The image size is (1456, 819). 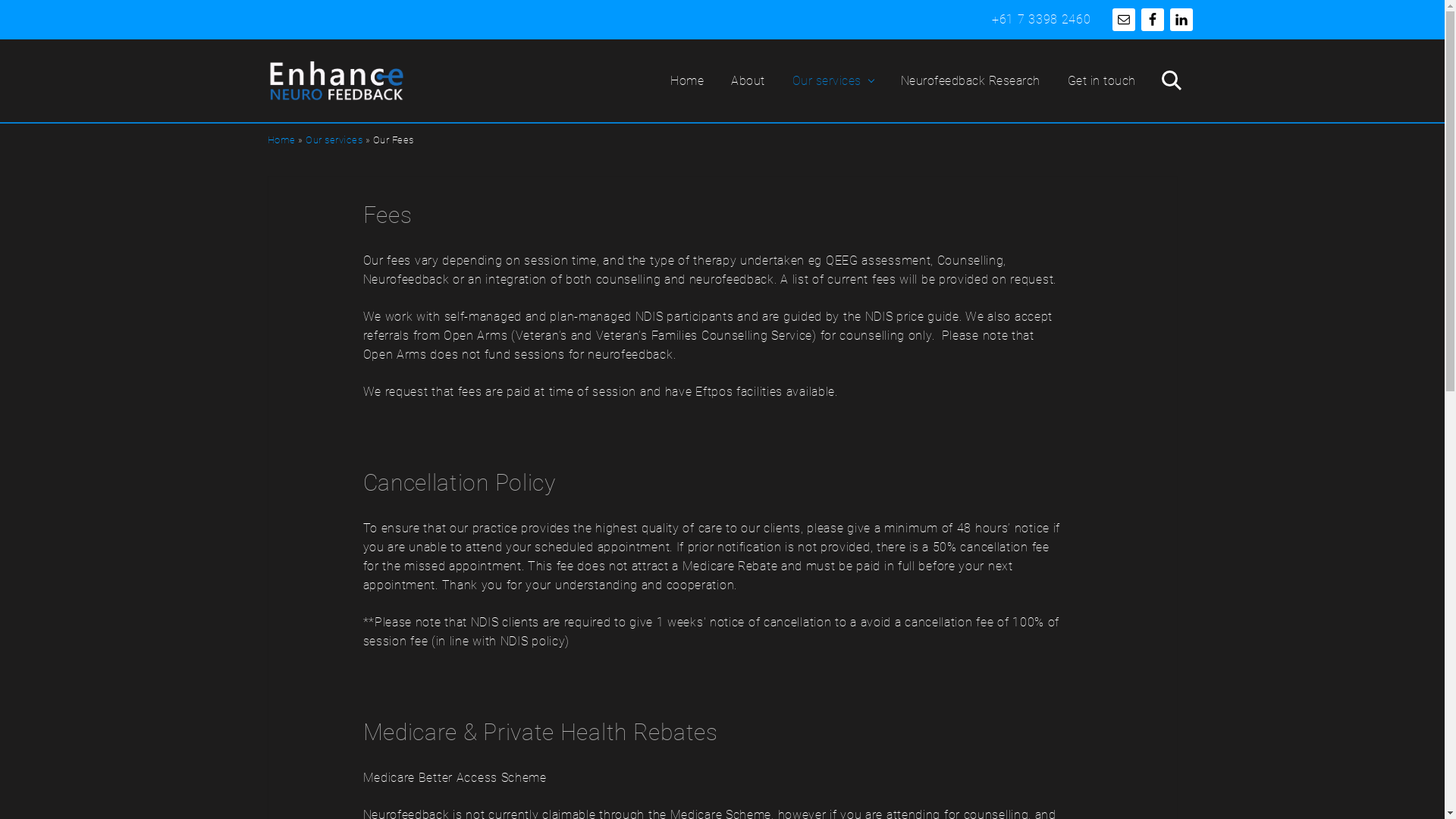 What do you see at coordinates (1168, 20) in the screenshot?
I see `'LinkedIn'` at bounding box center [1168, 20].